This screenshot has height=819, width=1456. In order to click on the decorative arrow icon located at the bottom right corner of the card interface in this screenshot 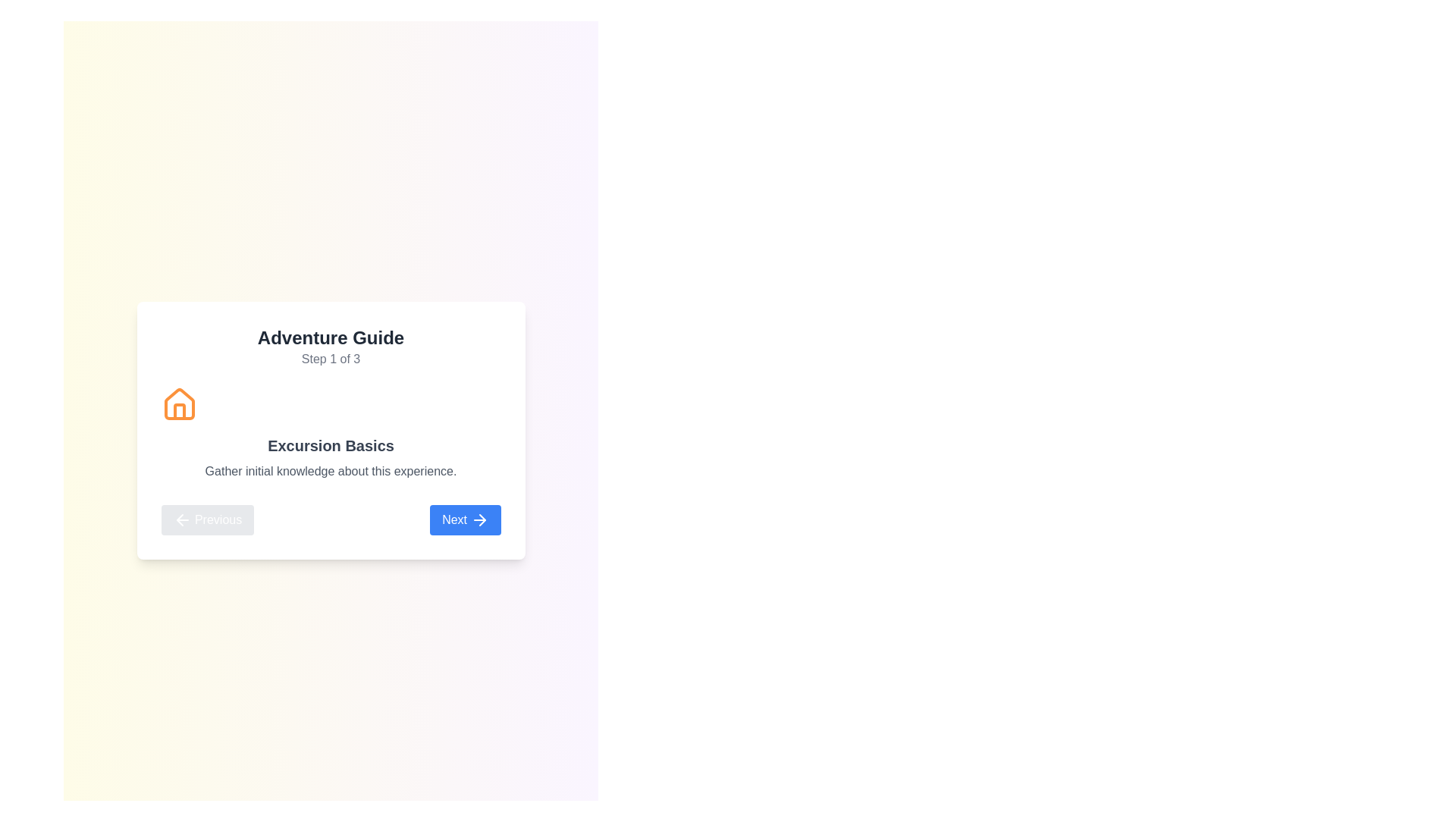, I will do `click(479, 519)`.